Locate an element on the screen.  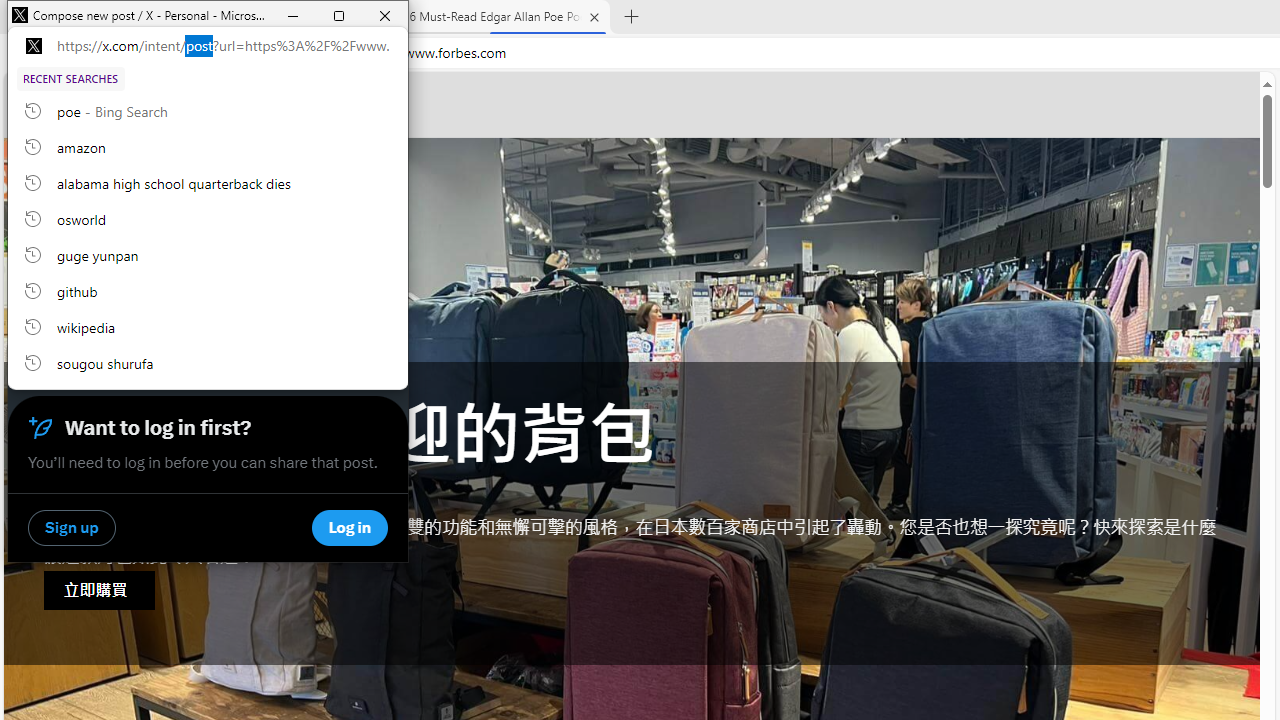
'guge yunpan, recent searches from history' is located at coordinates (208, 253).